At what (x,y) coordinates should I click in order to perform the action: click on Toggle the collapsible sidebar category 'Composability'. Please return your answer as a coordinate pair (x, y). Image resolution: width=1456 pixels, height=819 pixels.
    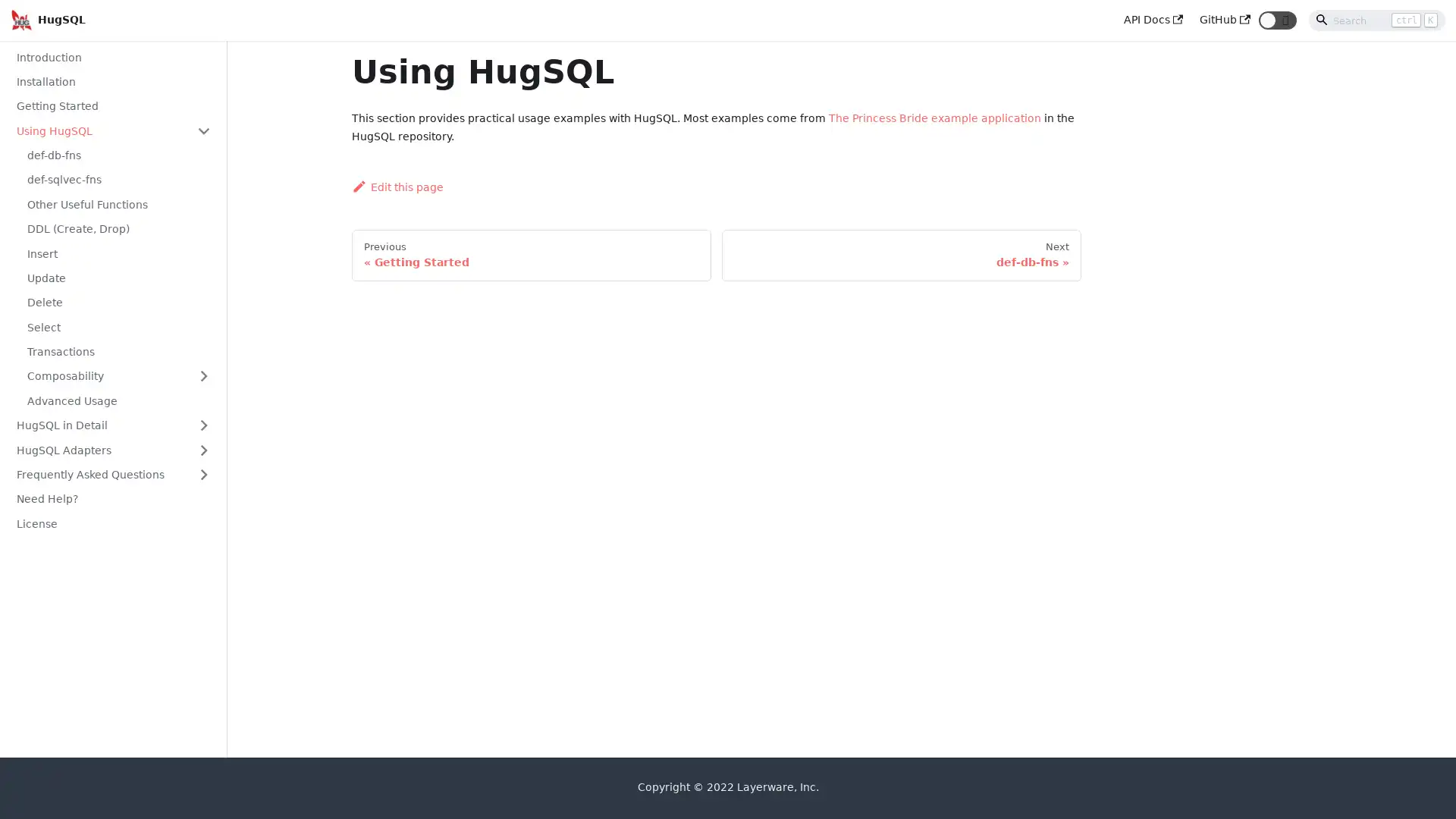
    Looking at the image, I should click on (202, 375).